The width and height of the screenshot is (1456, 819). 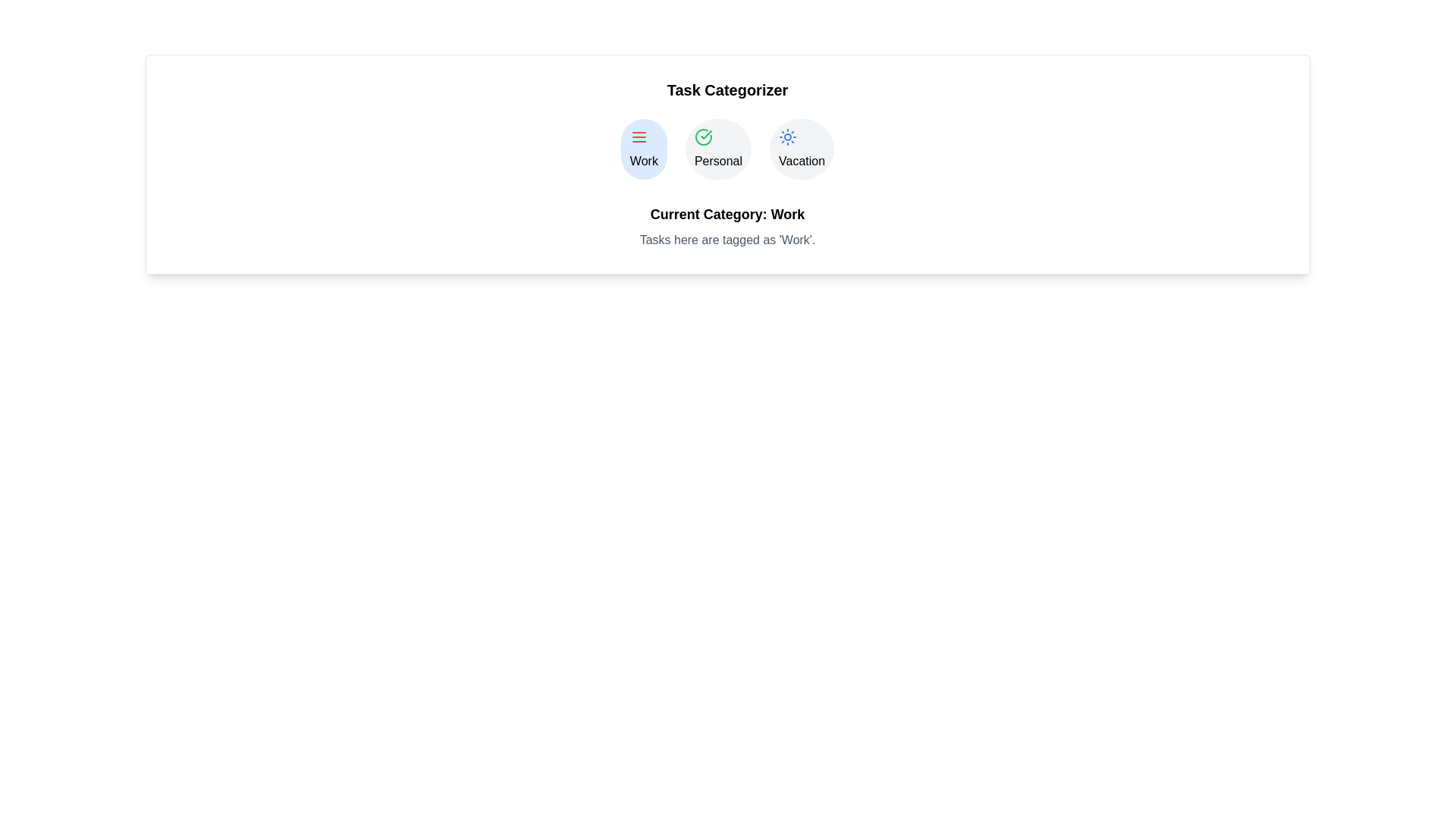 What do you see at coordinates (801, 149) in the screenshot?
I see `the 'Vacation' button` at bounding box center [801, 149].